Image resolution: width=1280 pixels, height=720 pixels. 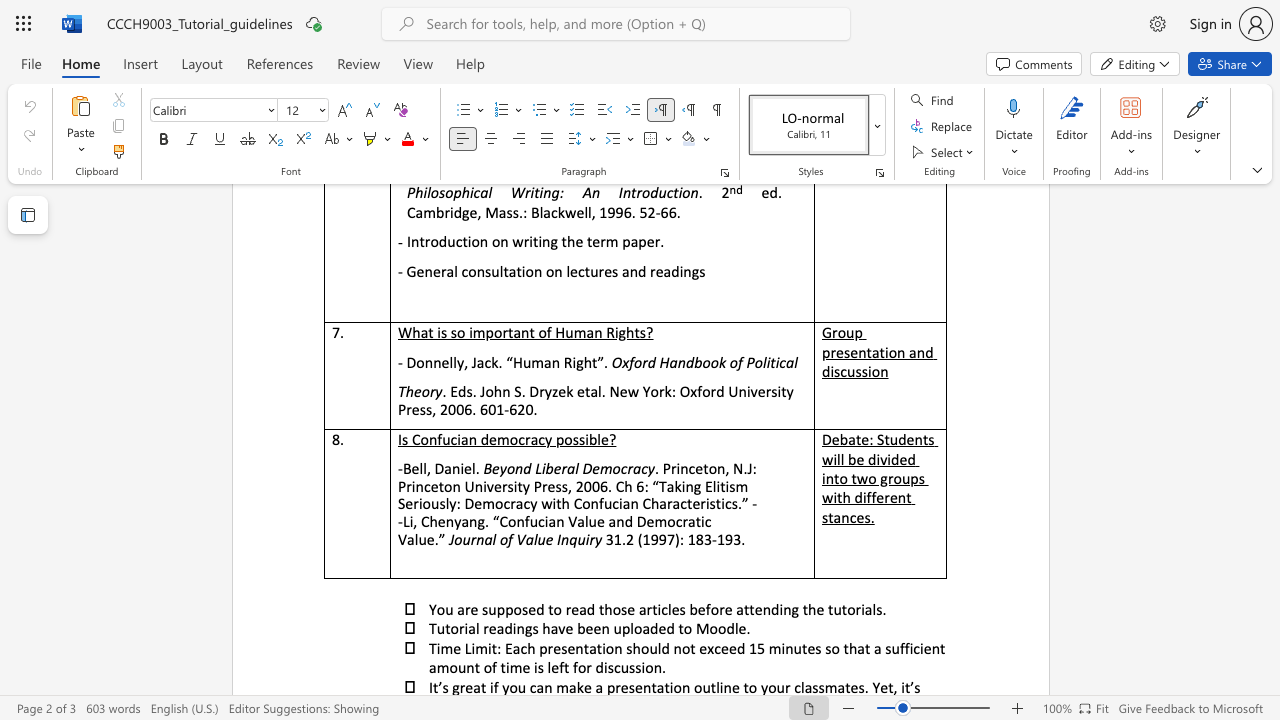 What do you see at coordinates (681, 486) in the screenshot?
I see `the subset text "ing" within the text ". Princeton, N.J: Princeton University Press, 2006. Ch 6: “Taking Elitism"` at bounding box center [681, 486].